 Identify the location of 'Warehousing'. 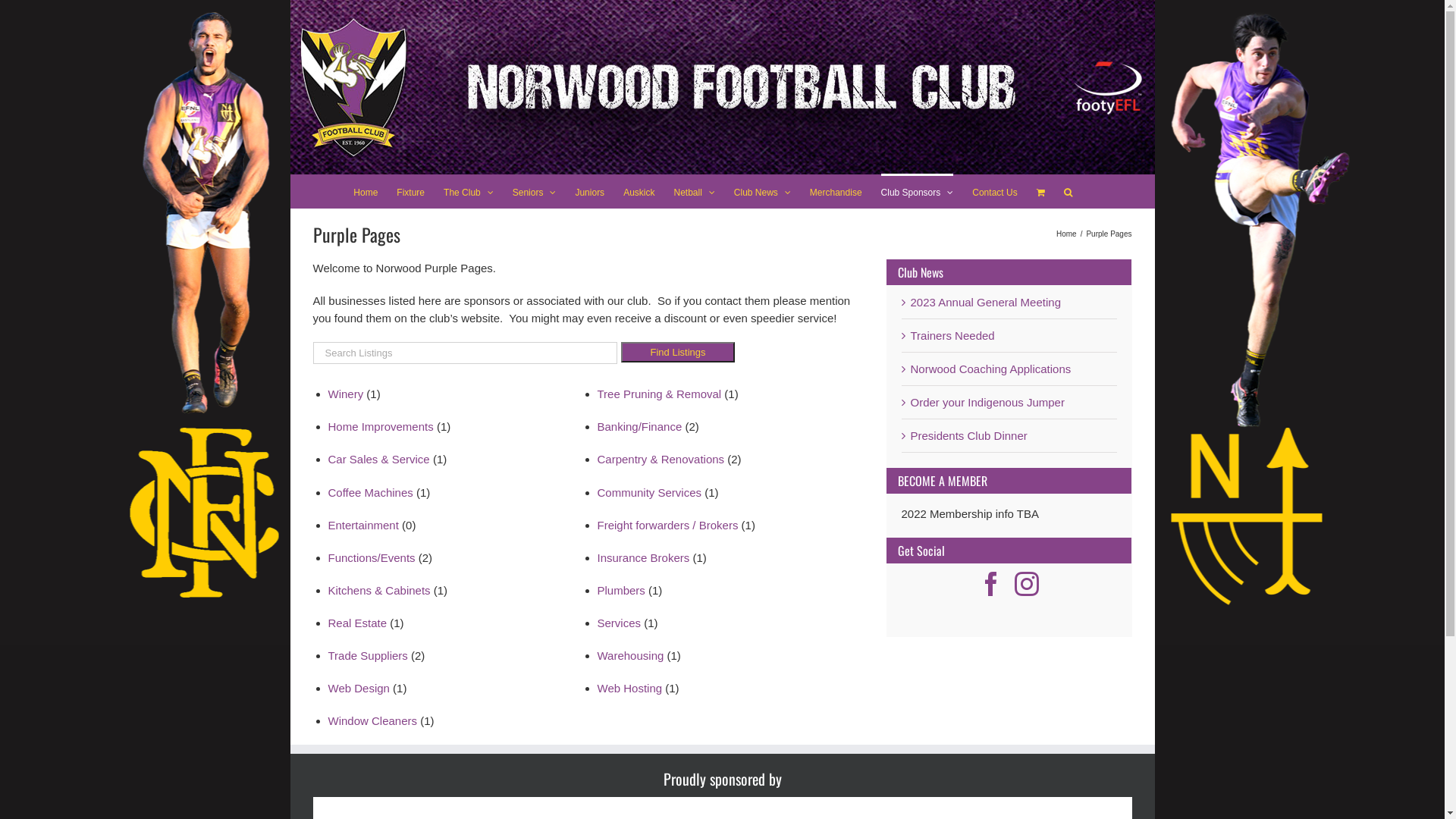
(630, 654).